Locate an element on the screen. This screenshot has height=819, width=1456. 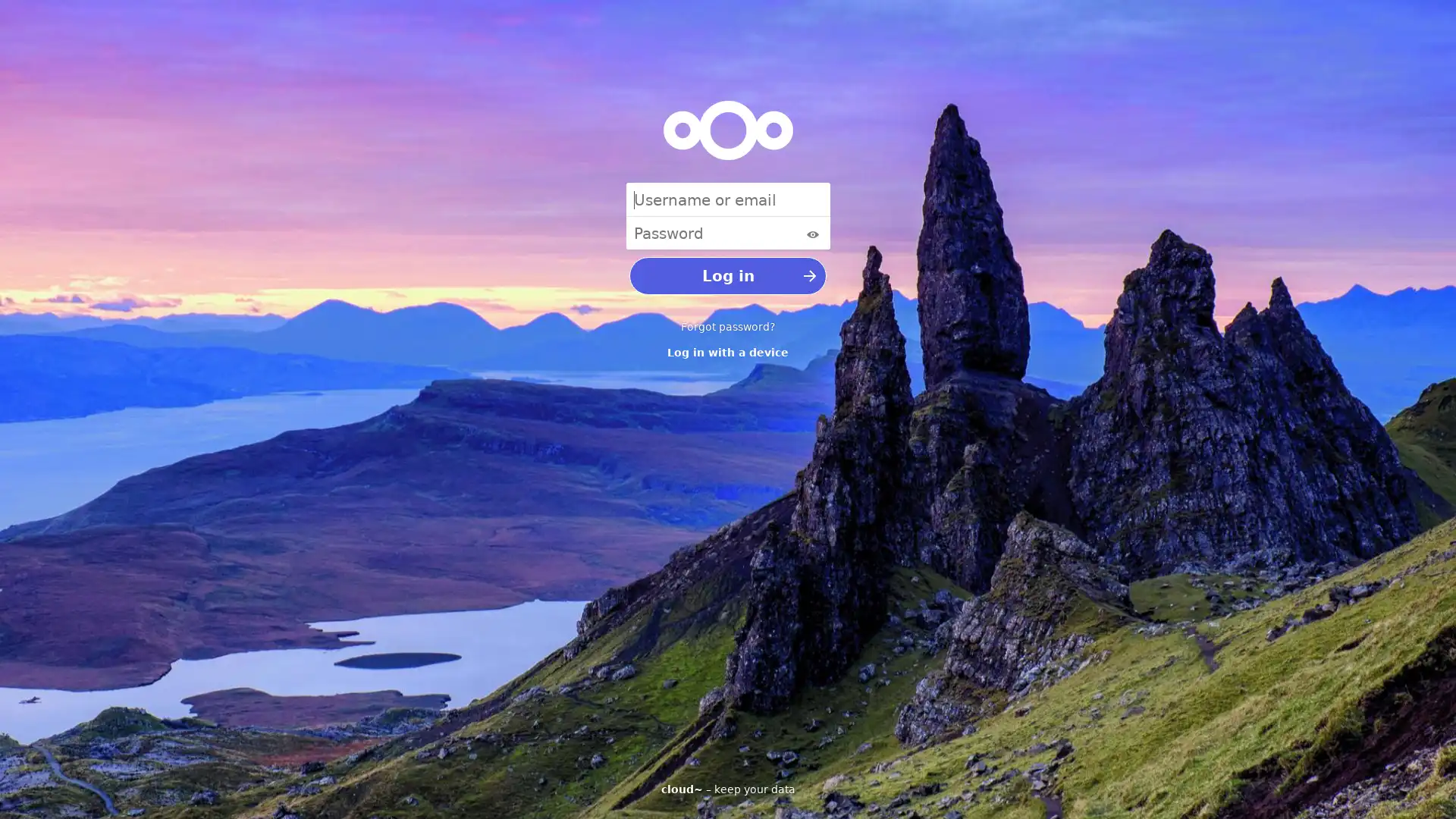
Log in is located at coordinates (728, 275).